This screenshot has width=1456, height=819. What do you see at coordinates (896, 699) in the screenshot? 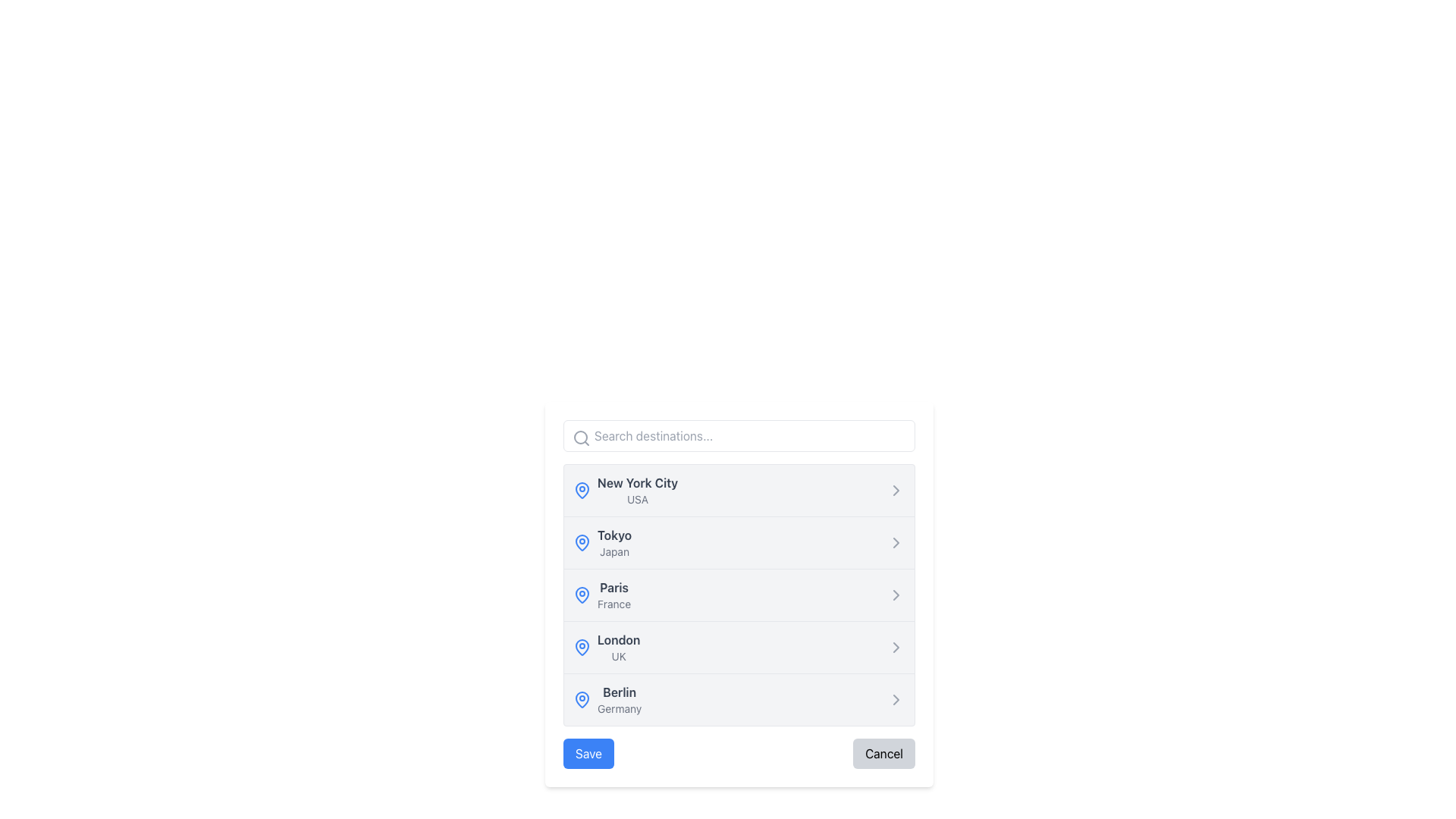
I see `the navigational icon located at the far-right edge of the fifth list item, 'Berlin, Germany'` at bounding box center [896, 699].